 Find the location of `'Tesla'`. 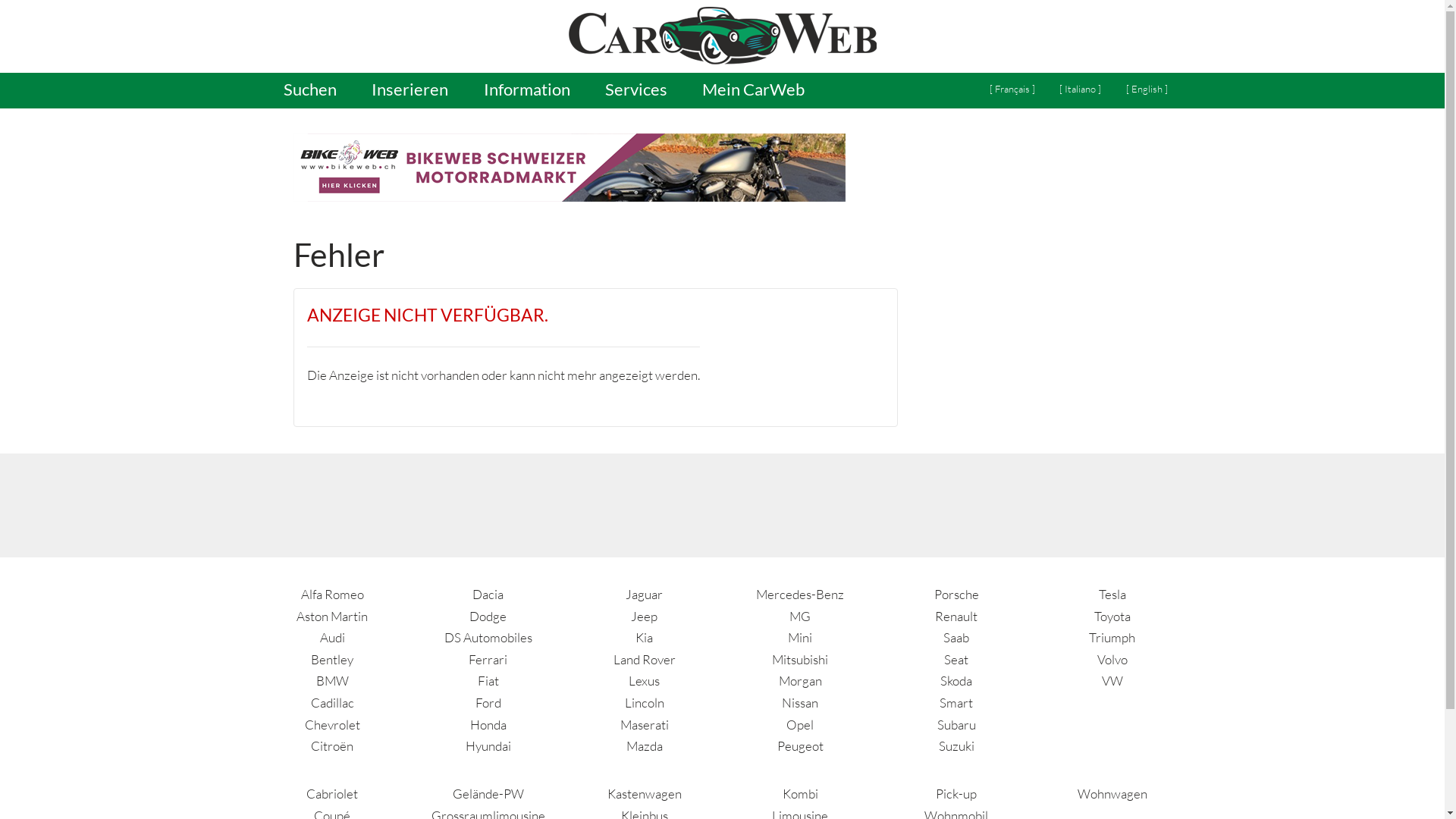

'Tesla' is located at coordinates (1112, 593).